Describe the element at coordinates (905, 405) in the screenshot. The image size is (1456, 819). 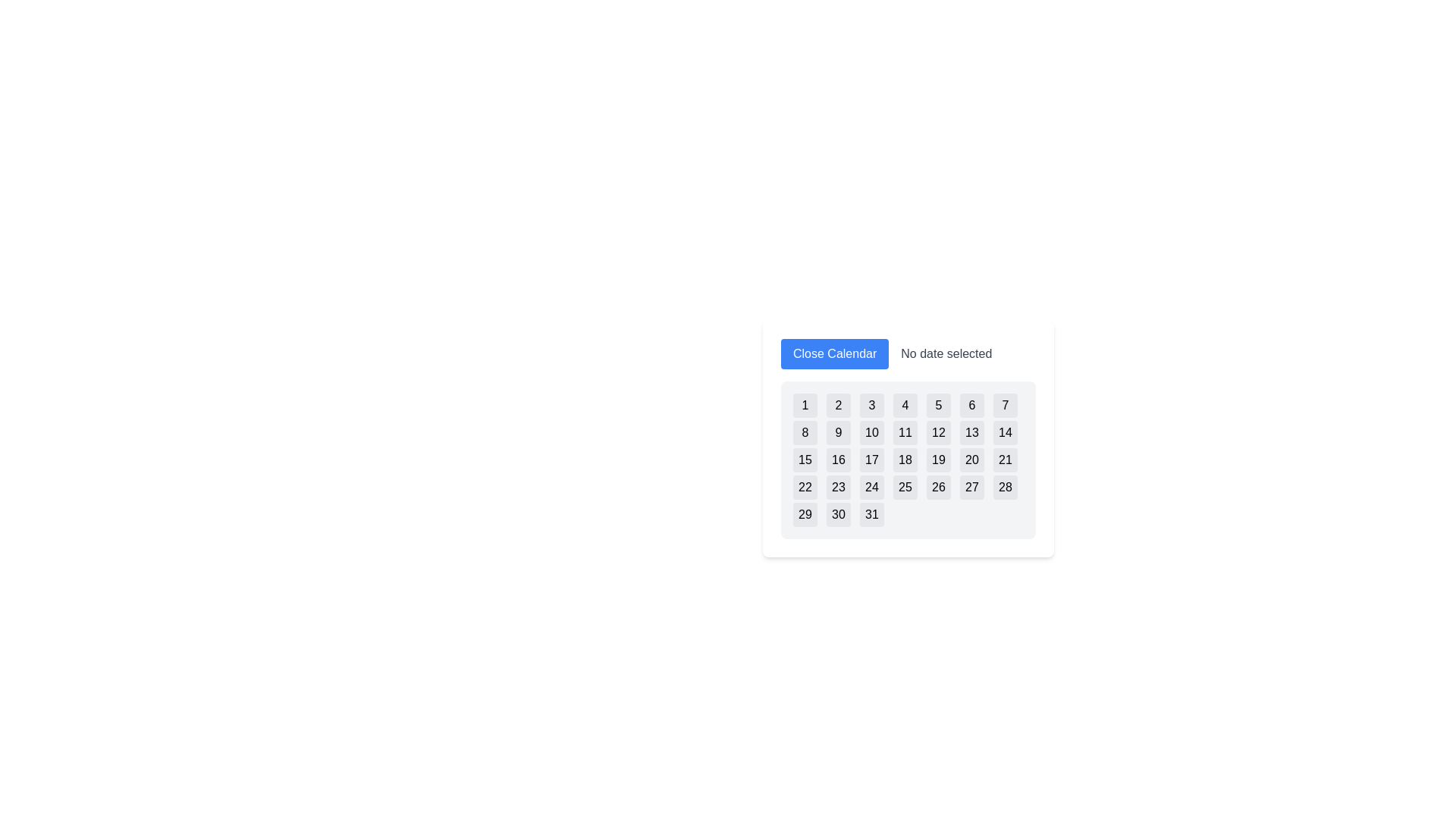
I see `the button representing day '4' in the calendar view` at that location.